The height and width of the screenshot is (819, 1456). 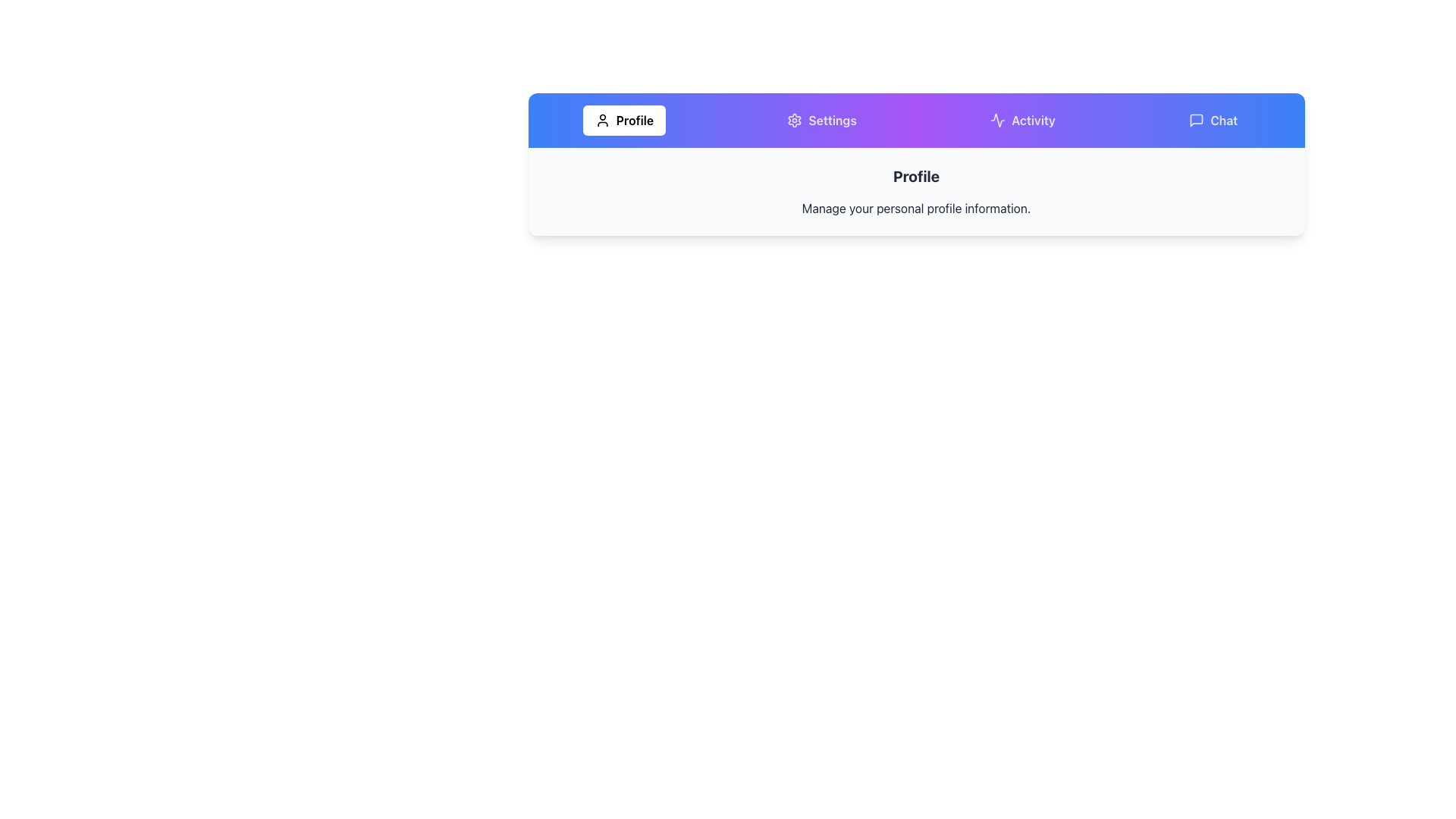 What do you see at coordinates (794, 119) in the screenshot?
I see `the circular gear-like icon with intricate notches, which is a purple settings icon located directly to the left of the 'Settings' text in the navigation bar` at bounding box center [794, 119].